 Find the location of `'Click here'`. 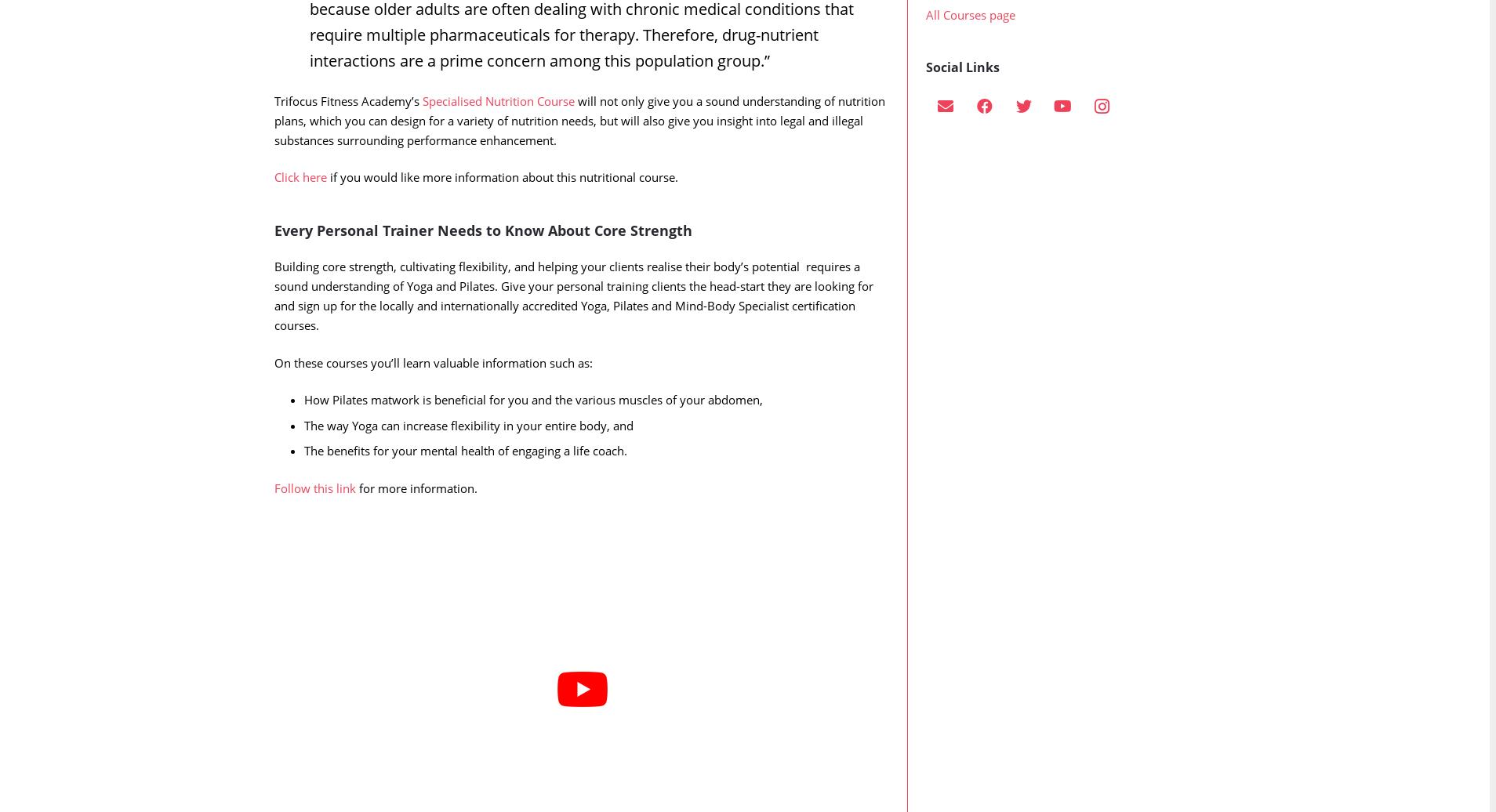

'Click here' is located at coordinates (274, 208).